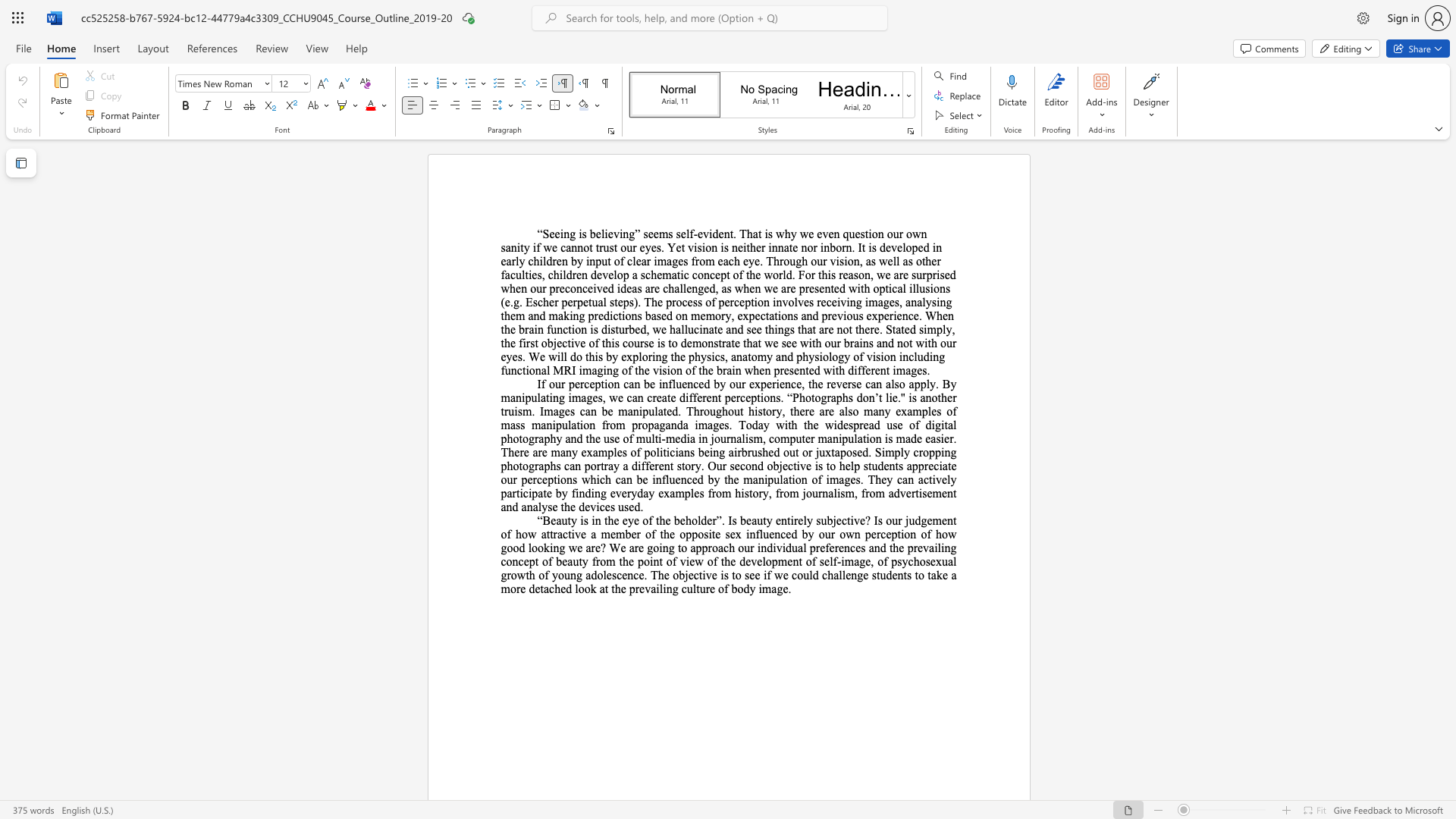 This screenshot has height=819, width=1456. Describe the element at coordinates (822, 370) in the screenshot. I see `the subset text "with different image" within the text "involves receiving images, analysing them and making predictions based on memory, expectations and previous experience. When the brain function is disturbed, we hallucinate and see things that are not there. Stated simply, the first objective of this course is to demonstrate that we see with our brains and not with our eyes. We will do this by exploring the physics, anatomy and physiology of vision including functional MRI imaging of the vision of the brain when presented with different images."` at that location.